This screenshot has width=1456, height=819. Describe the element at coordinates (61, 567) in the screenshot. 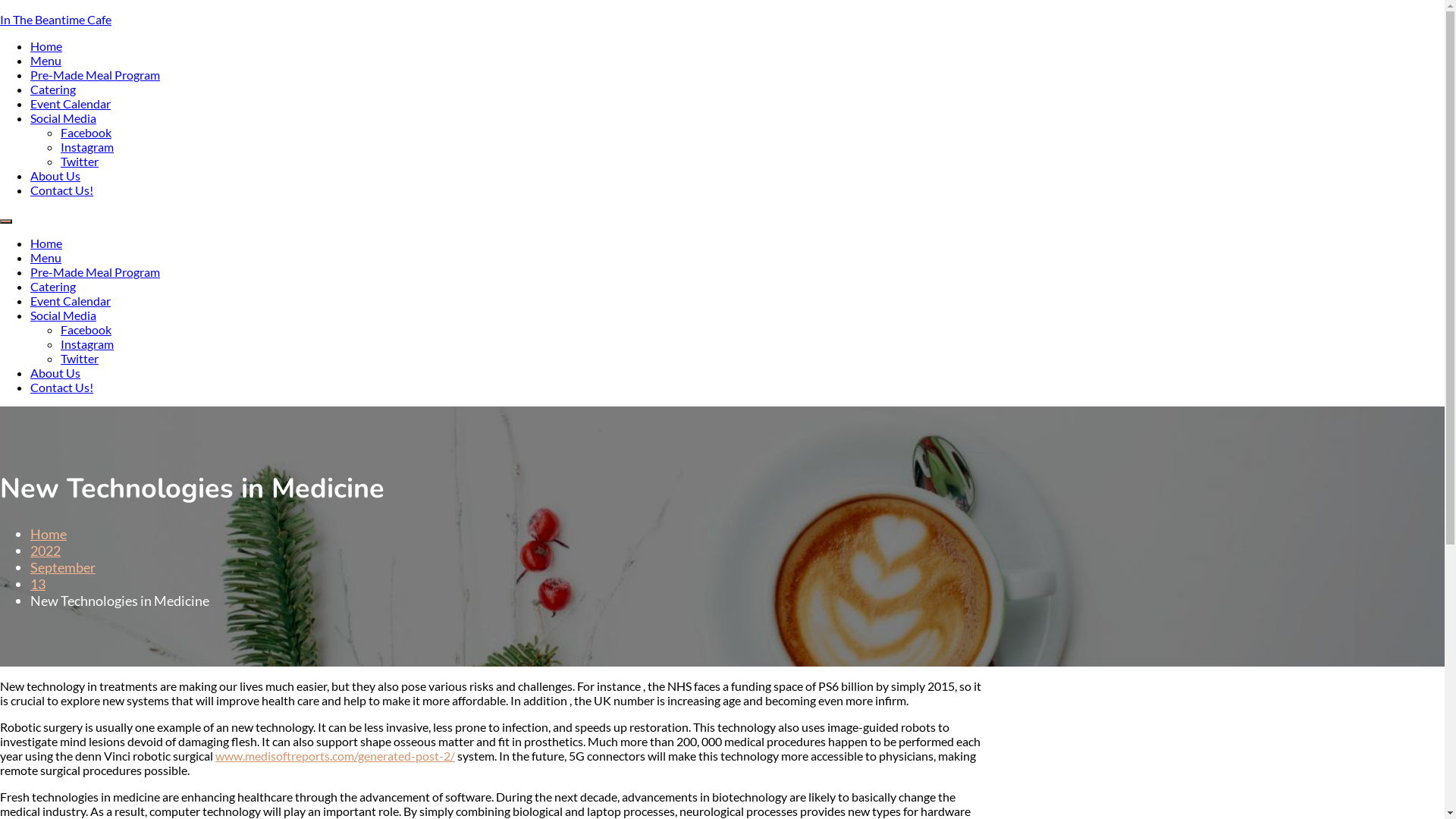

I see `'September'` at that location.